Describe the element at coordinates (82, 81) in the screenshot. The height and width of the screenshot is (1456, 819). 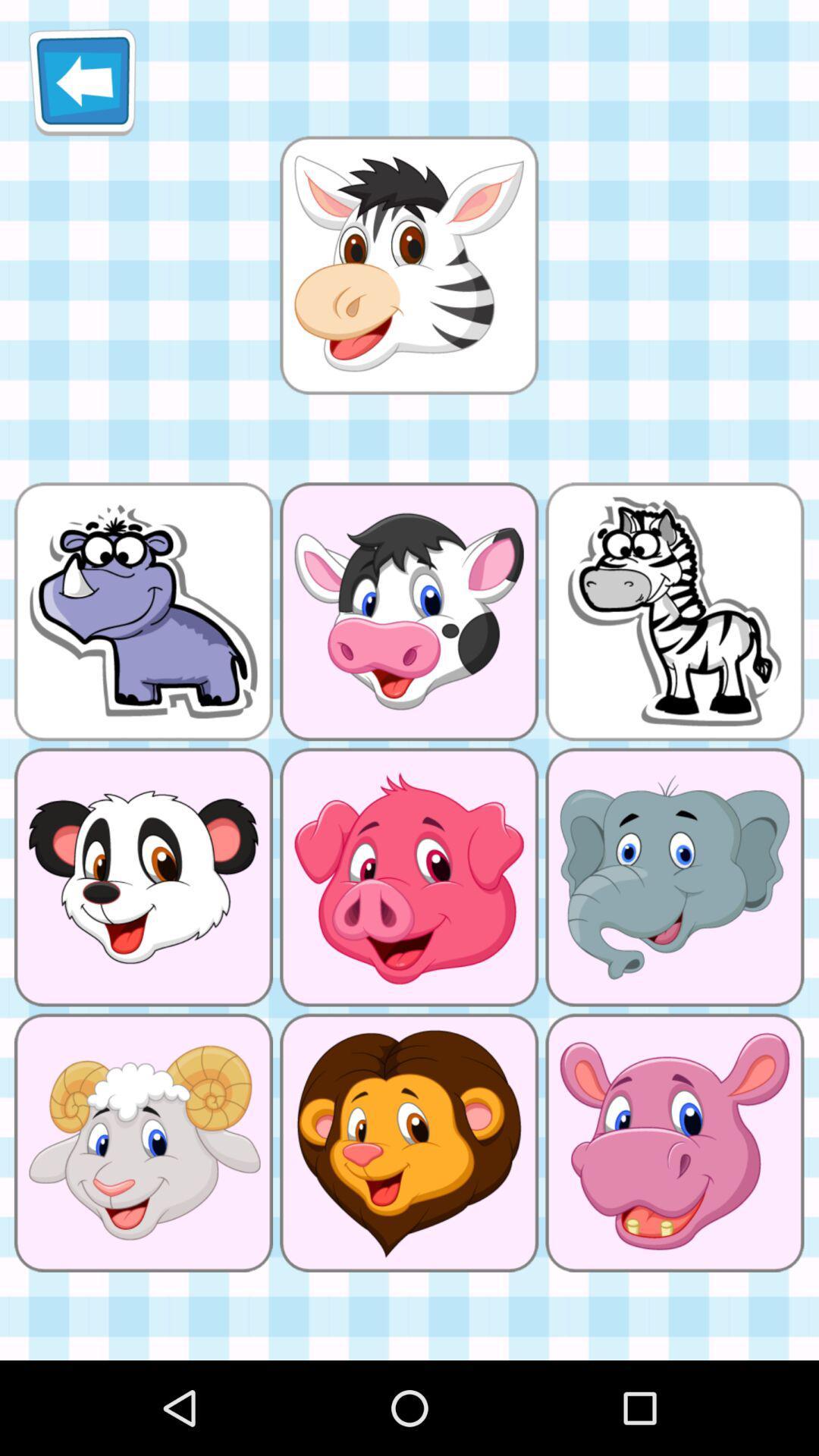
I see `back to previous screen` at that location.